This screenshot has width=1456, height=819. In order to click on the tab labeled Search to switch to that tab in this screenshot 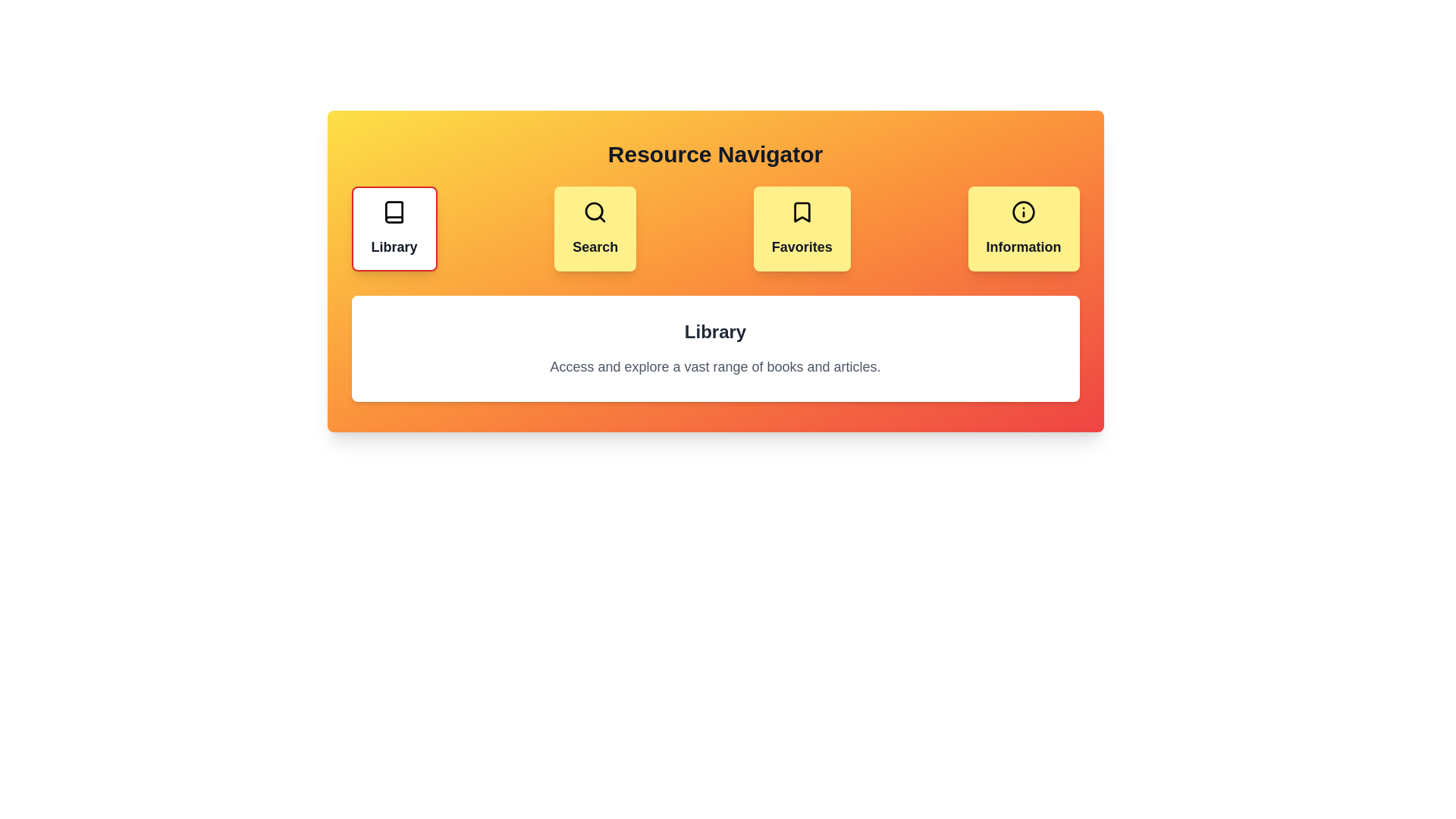, I will do `click(595, 228)`.